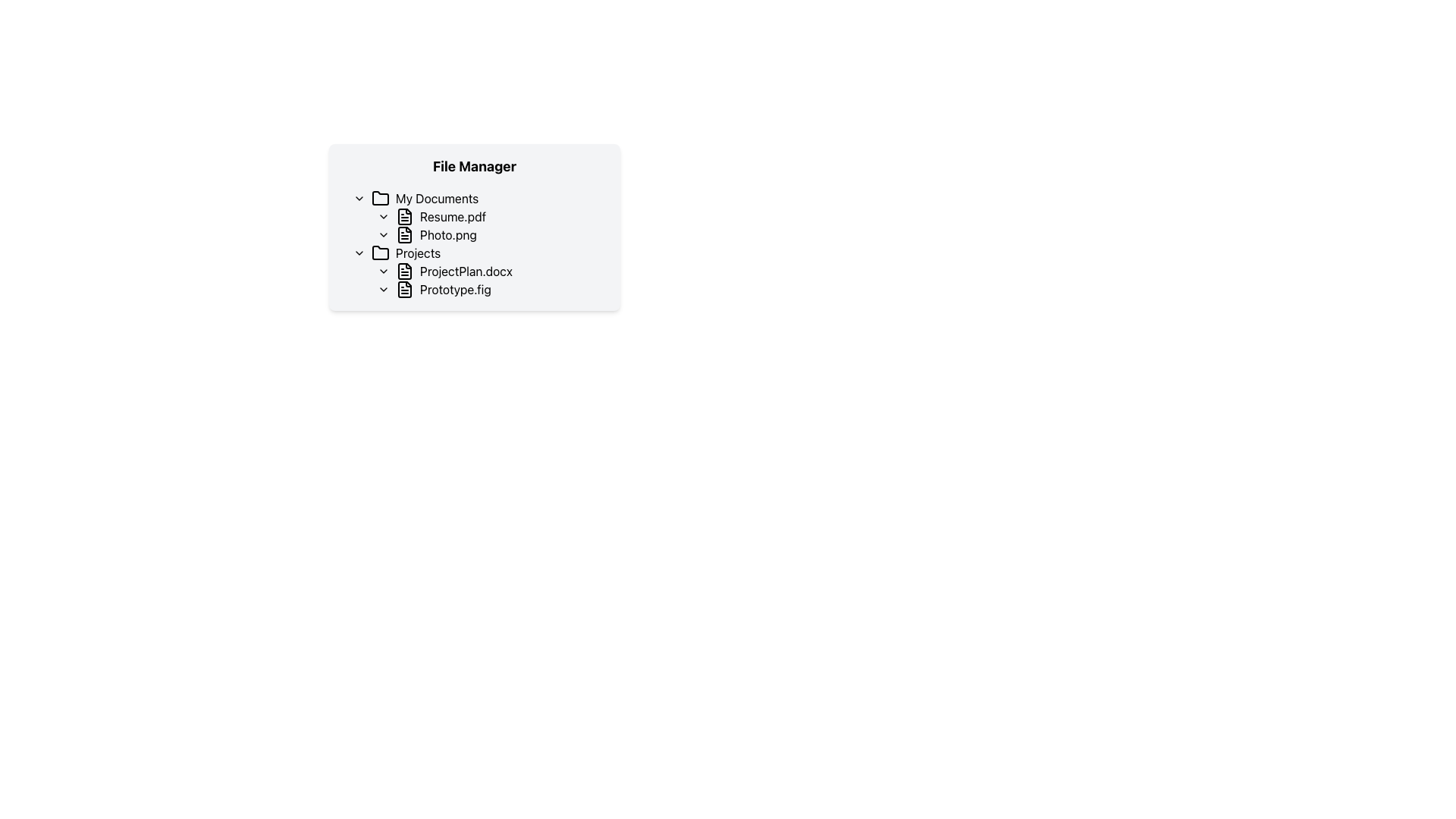 The width and height of the screenshot is (1456, 819). I want to click on the small triangular chevron icon pointing downwards, located to the left of the 'Resume.pdf' text in the 'File Manager' panel, so click(383, 216).